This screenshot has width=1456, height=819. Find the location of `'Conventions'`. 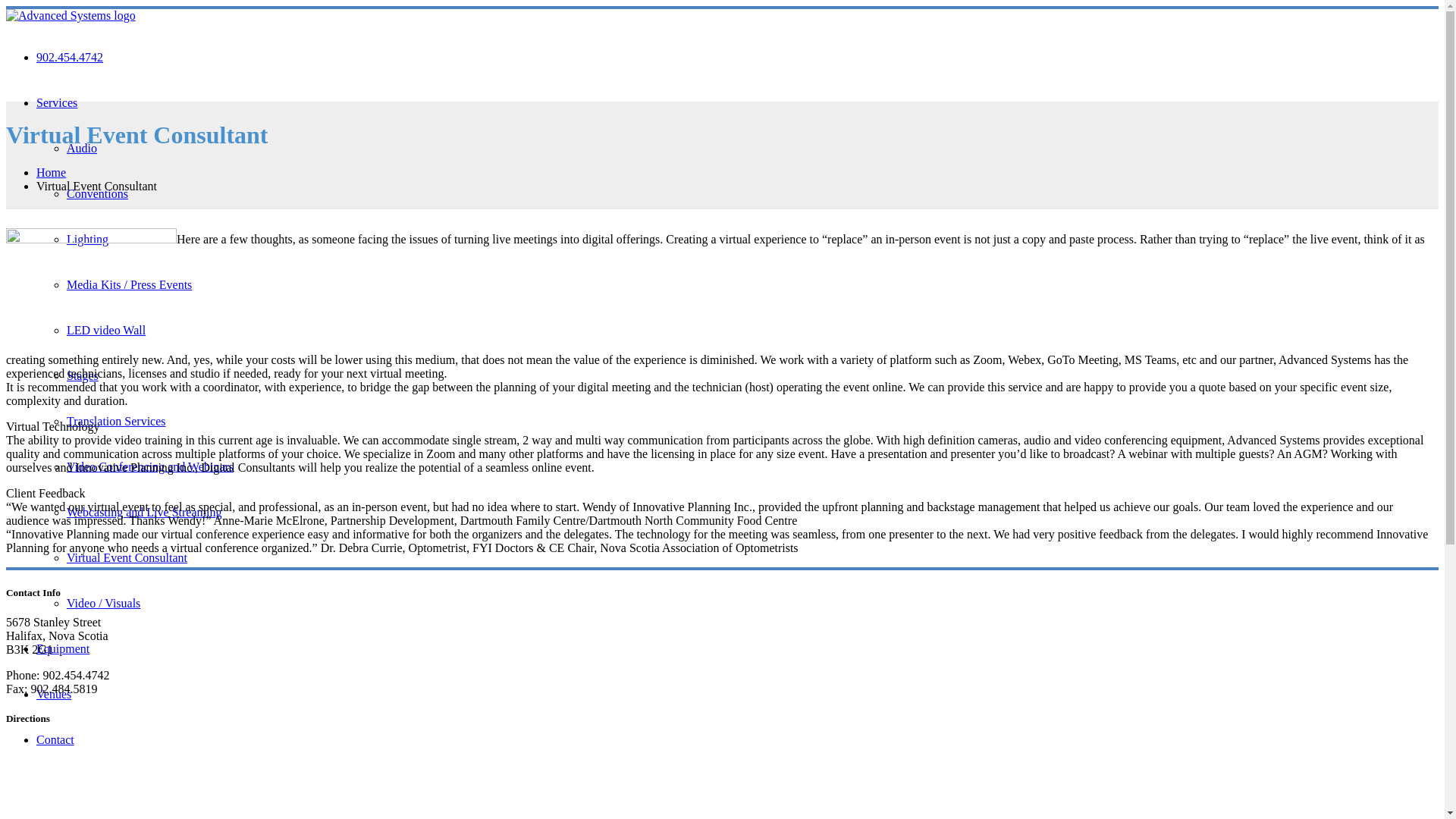

'Conventions' is located at coordinates (96, 193).